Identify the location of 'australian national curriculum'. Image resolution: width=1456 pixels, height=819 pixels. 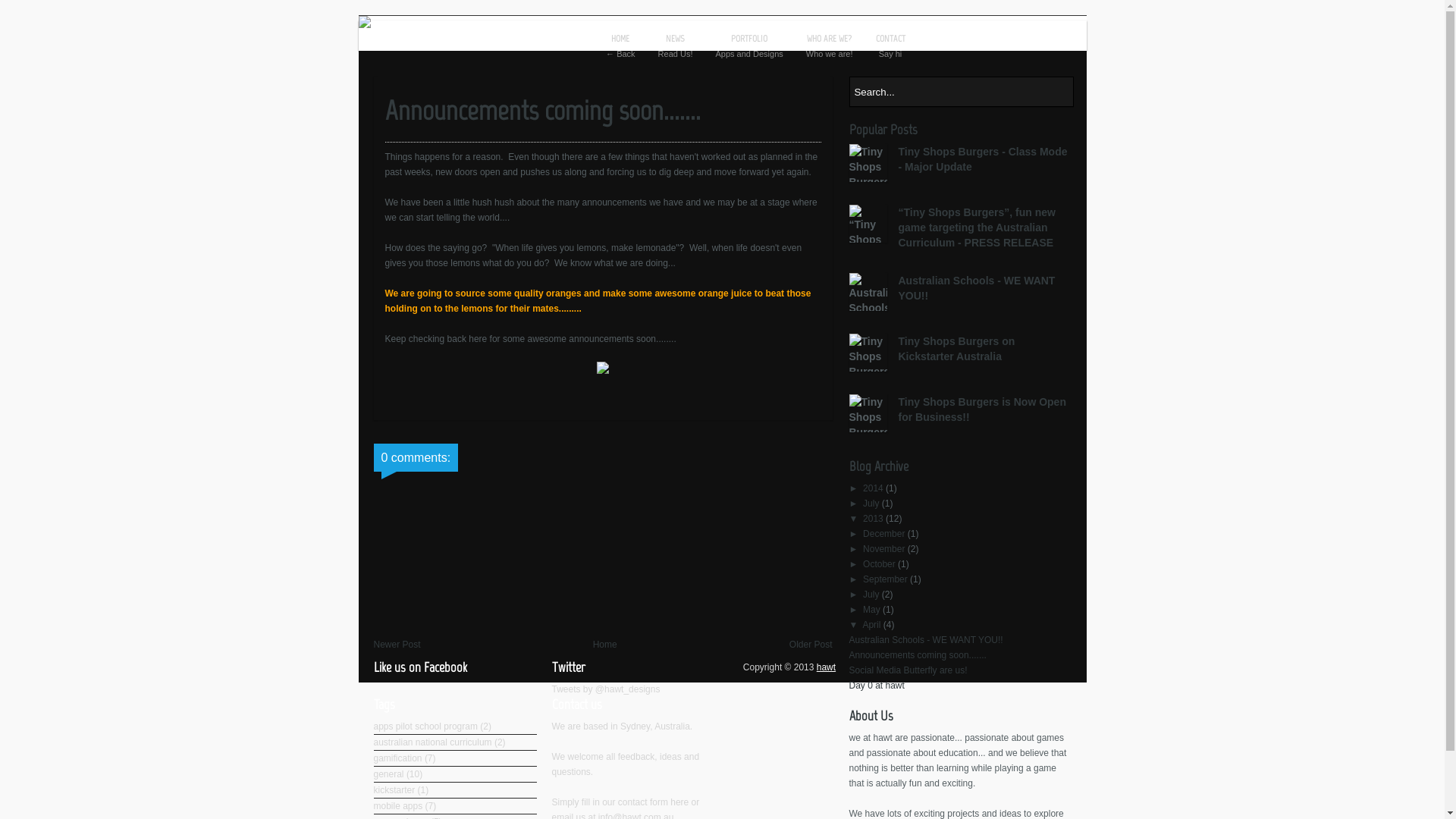
(372, 742).